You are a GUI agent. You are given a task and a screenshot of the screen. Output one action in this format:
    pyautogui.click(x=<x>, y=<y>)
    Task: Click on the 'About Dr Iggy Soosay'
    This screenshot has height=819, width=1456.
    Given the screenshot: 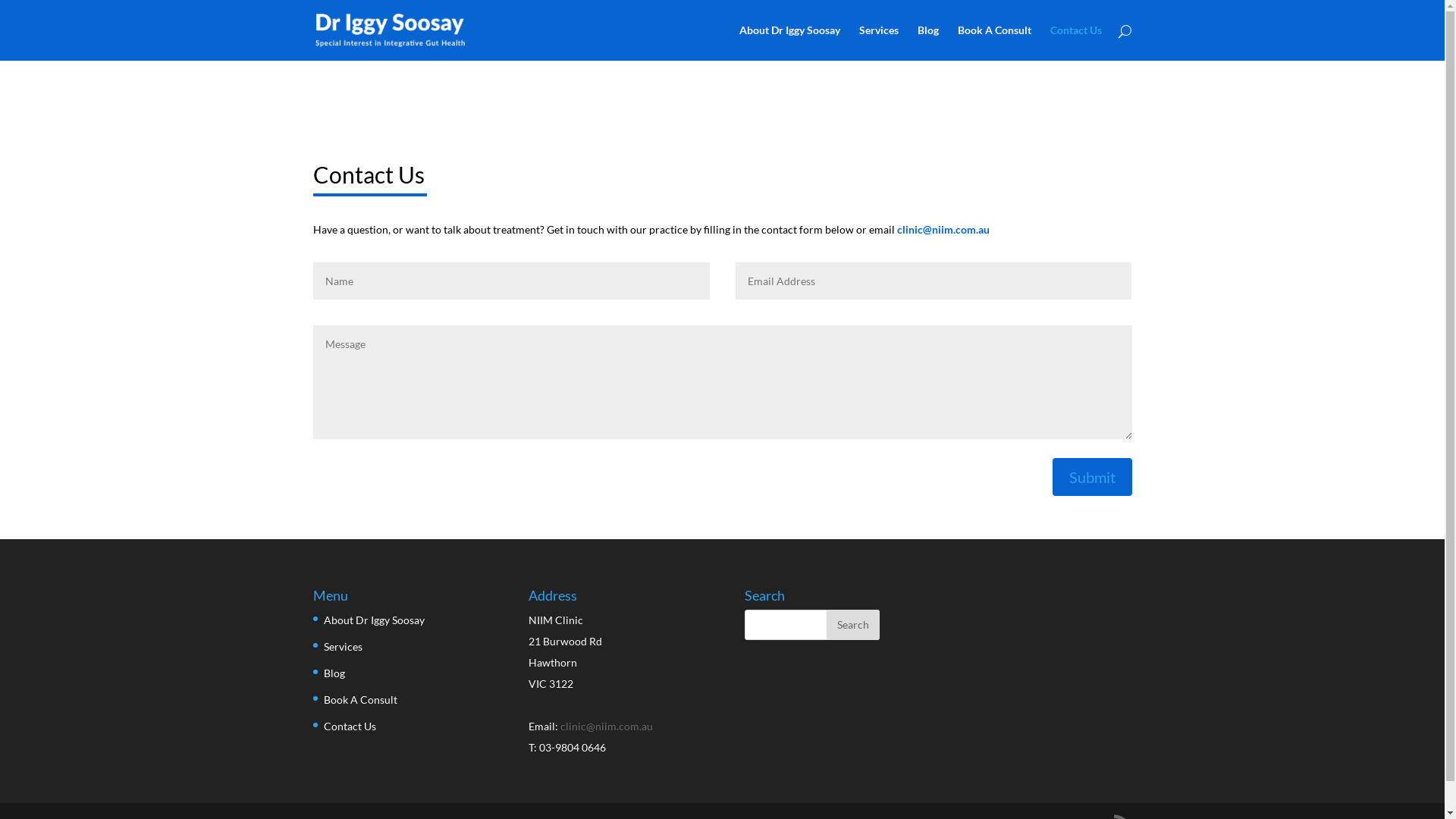 What is the action you would take?
    pyautogui.click(x=789, y=42)
    